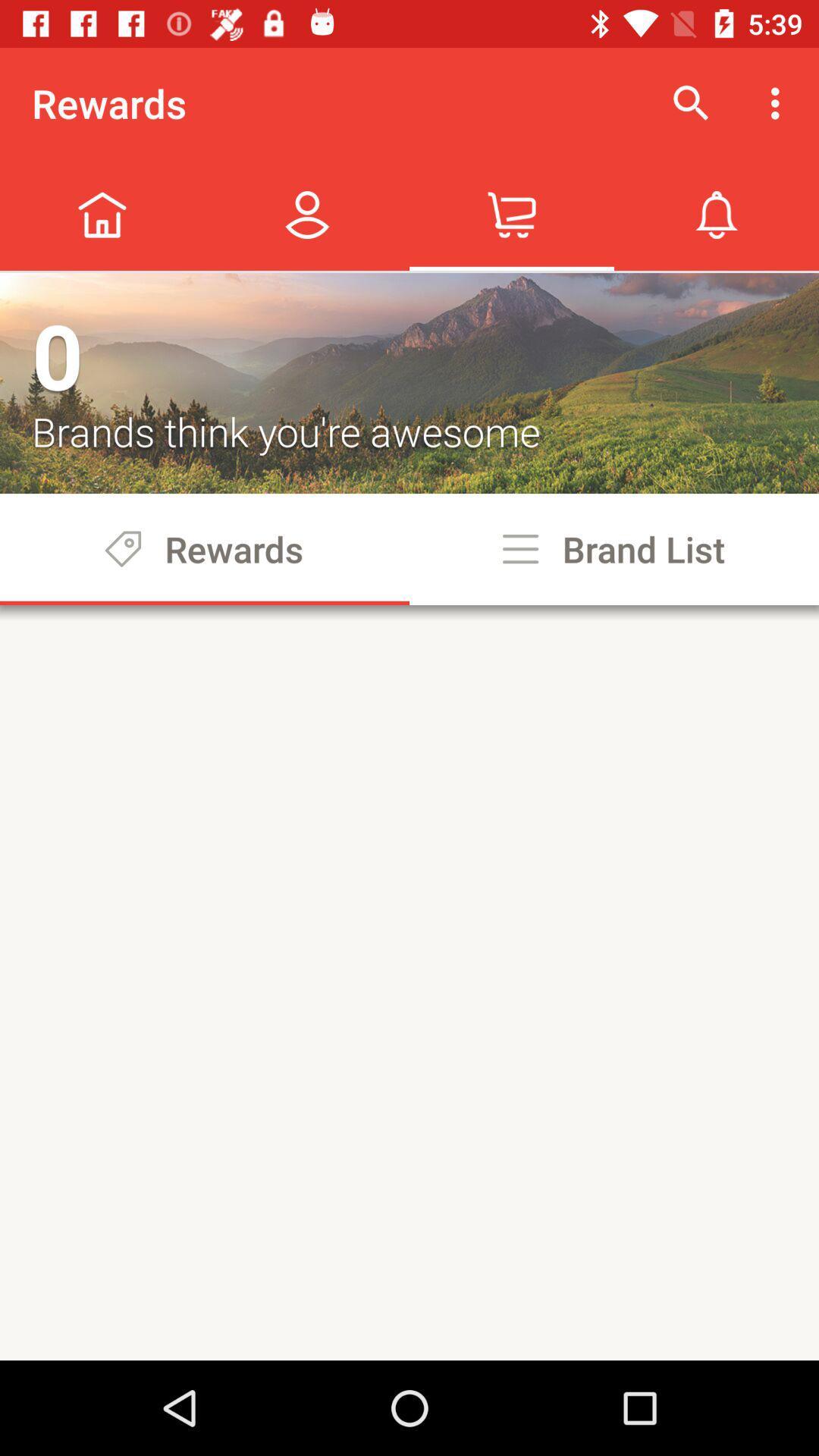 This screenshot has width=819, height=1456. Describe the element at coordinates (691, 102) in the screenshot. I see `icon to the right of rewards icon` at that location.